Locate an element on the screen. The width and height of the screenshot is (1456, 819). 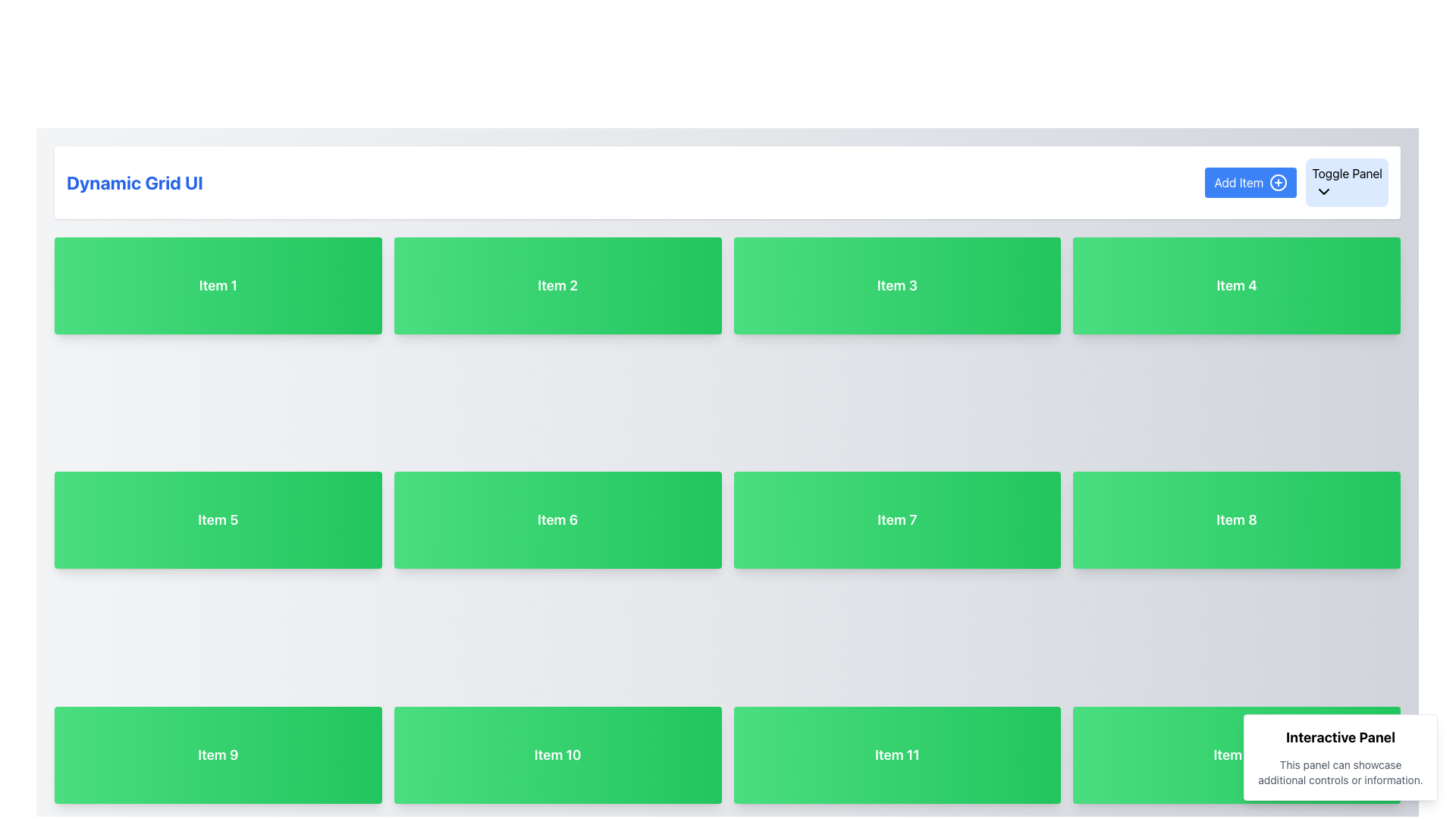
the text item block located in the second row, fourth column of the grid layout is located at coordinates (1237, 519).